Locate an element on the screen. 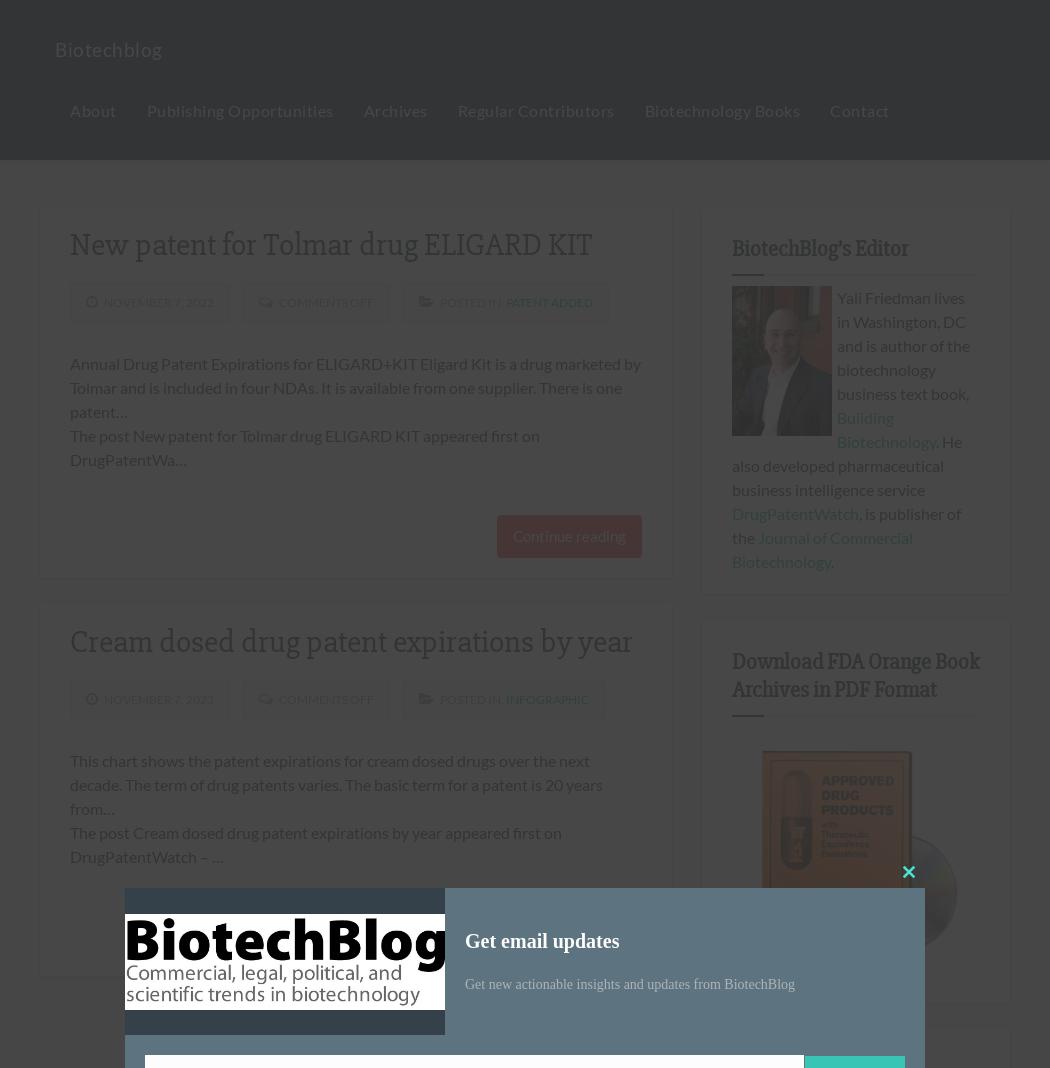  'Patent Added' is located at coordinates (549, 300).